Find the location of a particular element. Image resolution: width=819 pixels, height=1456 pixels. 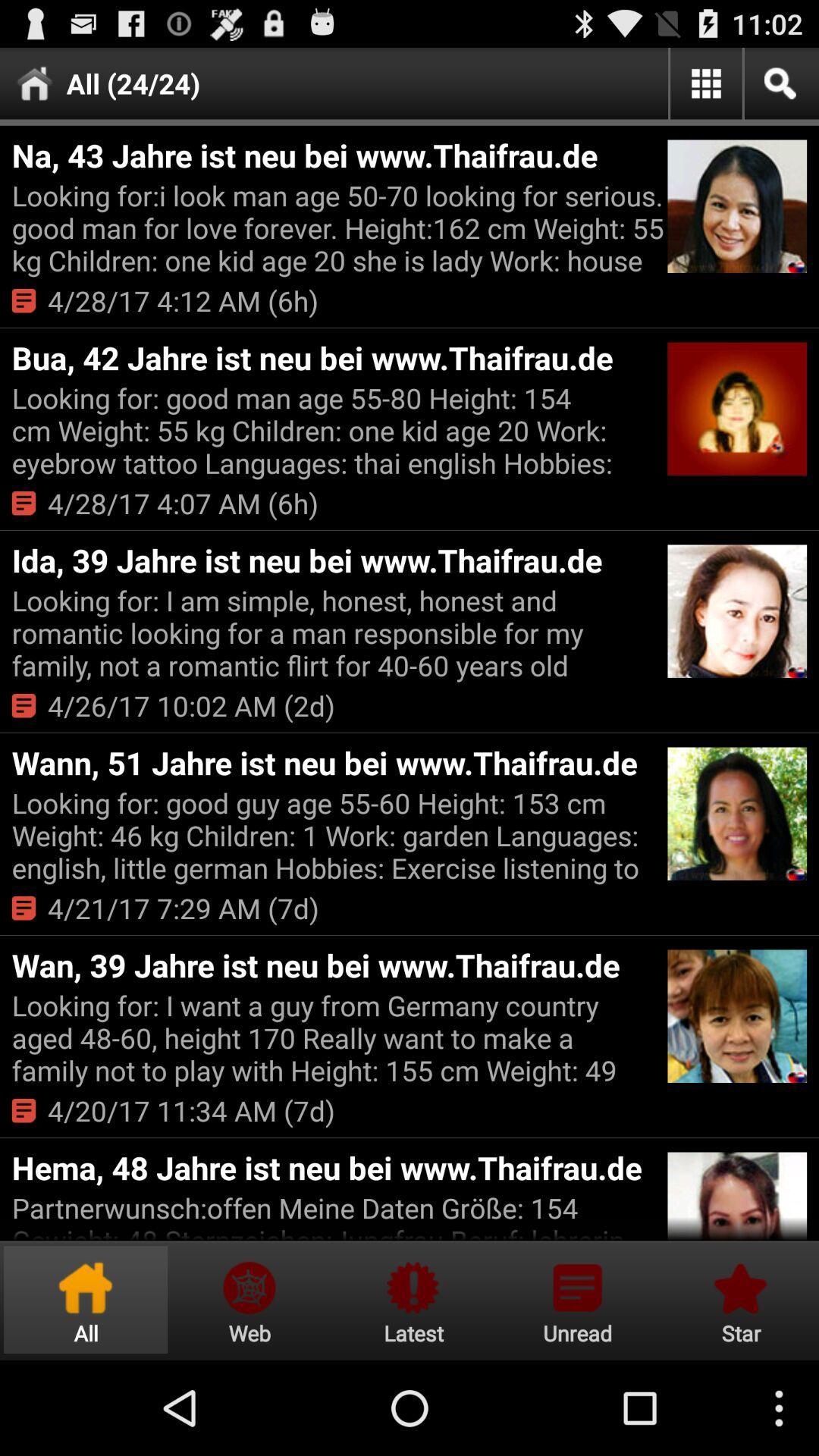

the internet is located at coordinates (249, 1299).